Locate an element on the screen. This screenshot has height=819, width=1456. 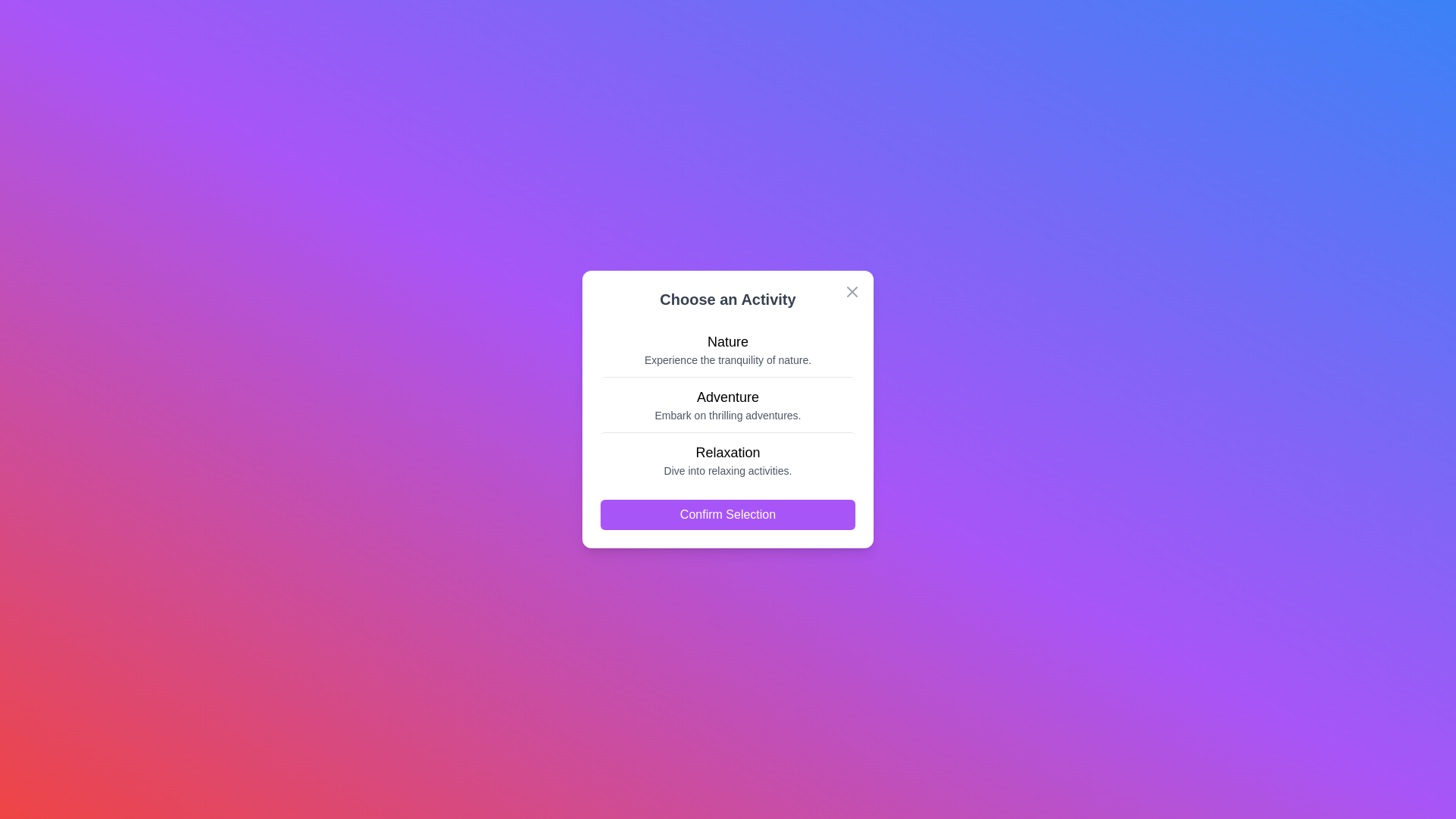
the item labeled Adventure to read its description is located at coordinates (728, 403).